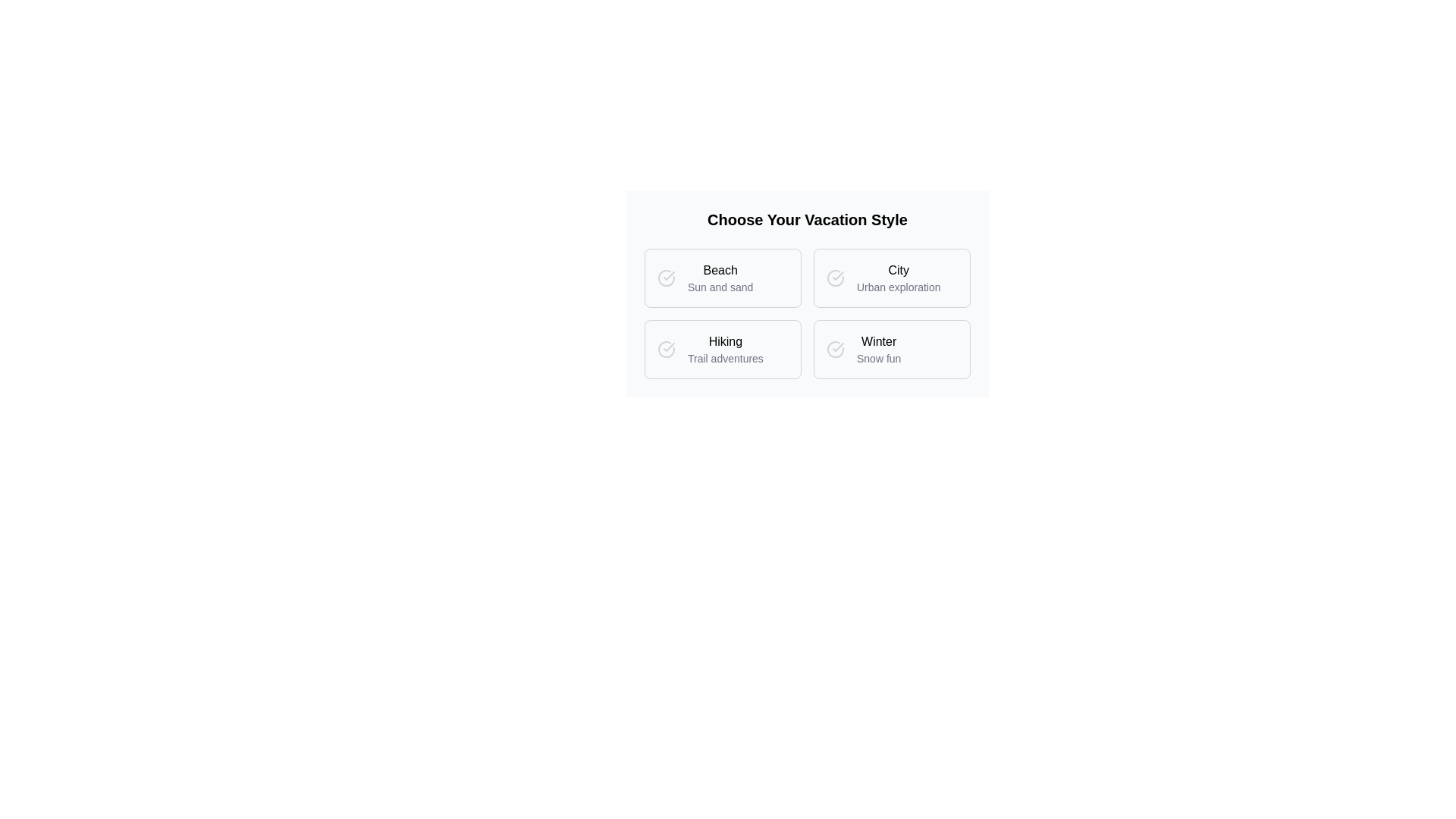 The height and width of the screenshot is (819, 1456). Describe the element at coordinates (724, 342) in the screenshot. I see `the bold title 'Hiking' text label in the lower-left card of the four-card grid layout to trigger a tooltip or highlighting effect` at that location.